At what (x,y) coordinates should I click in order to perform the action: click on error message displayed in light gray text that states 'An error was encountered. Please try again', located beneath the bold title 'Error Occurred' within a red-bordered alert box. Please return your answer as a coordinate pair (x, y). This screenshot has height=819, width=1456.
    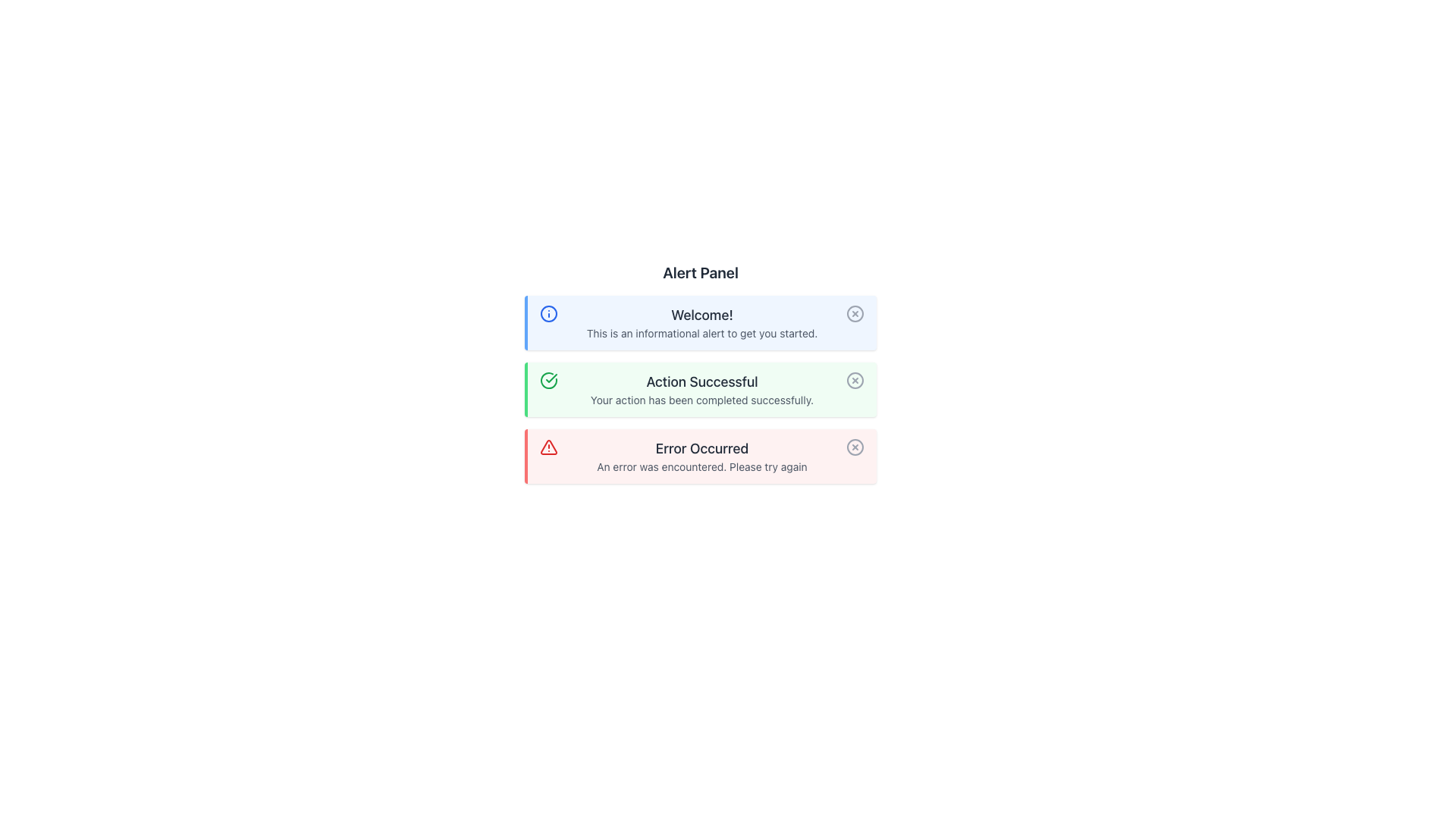
    Looking at the image, I should click on (701, 466).